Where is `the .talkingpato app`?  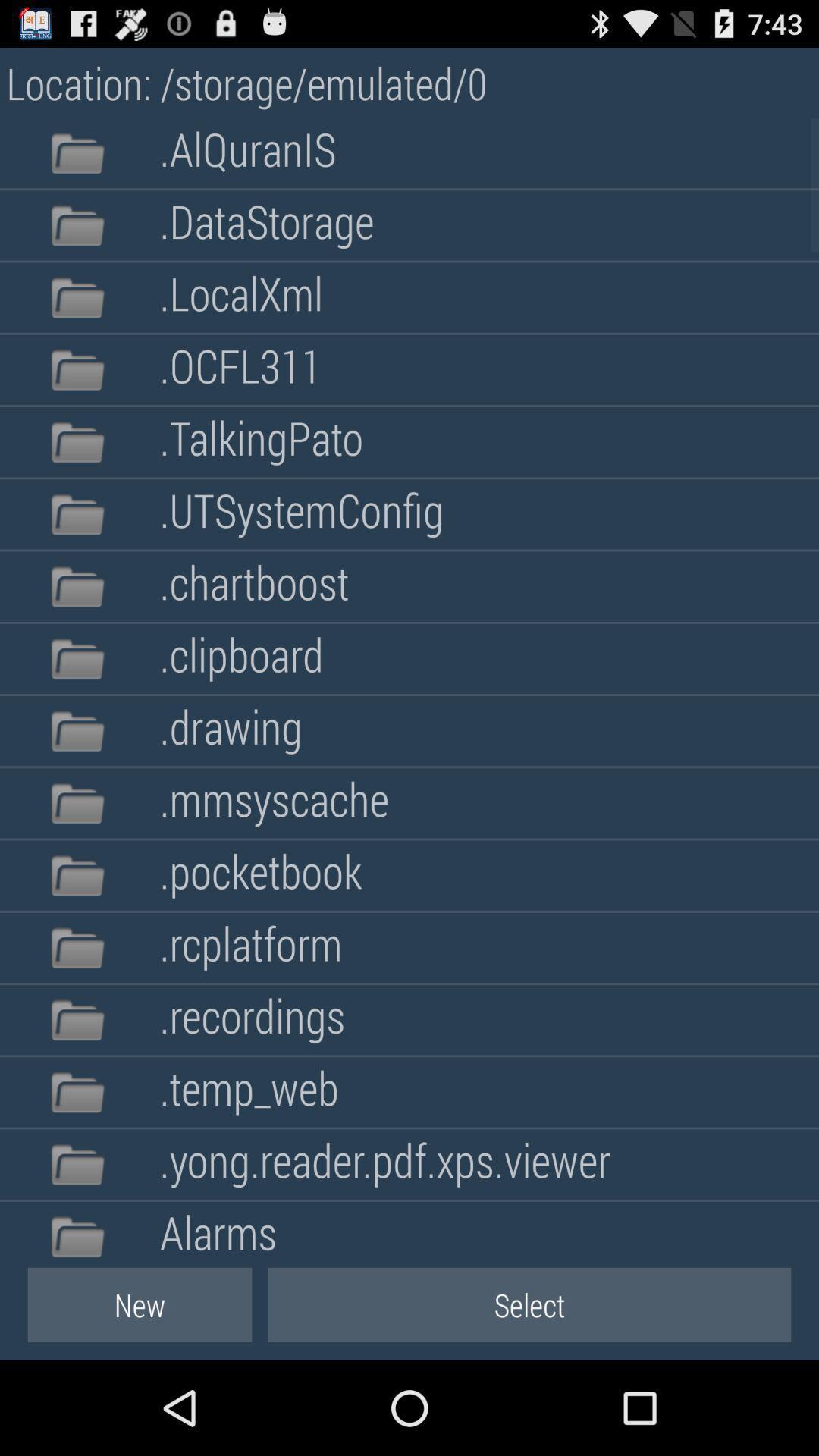 the .talkingpato app is located at coordinates (260, 441).